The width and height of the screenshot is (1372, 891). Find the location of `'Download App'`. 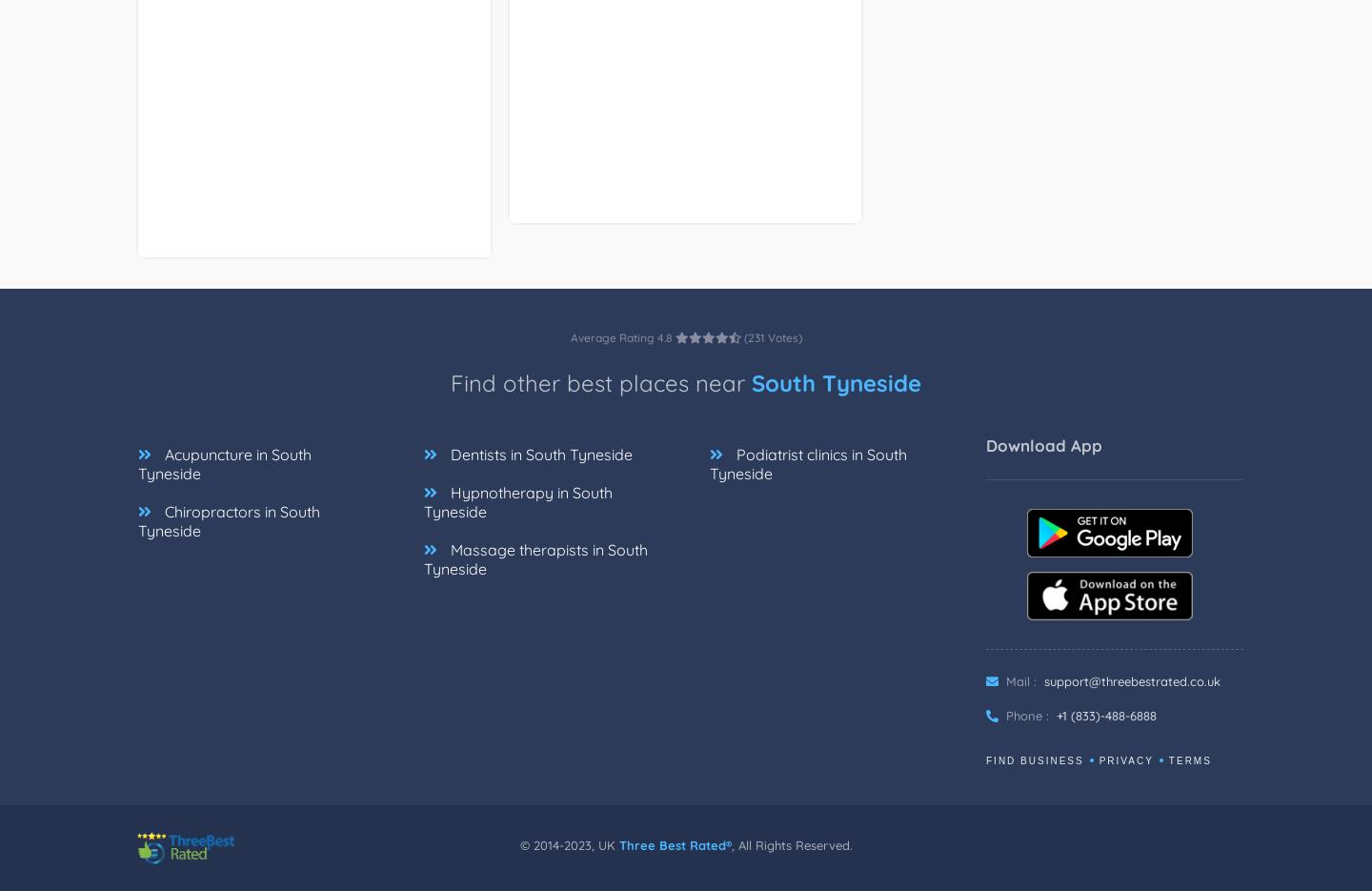

'Download App' is located at coordinates (1042, 444).